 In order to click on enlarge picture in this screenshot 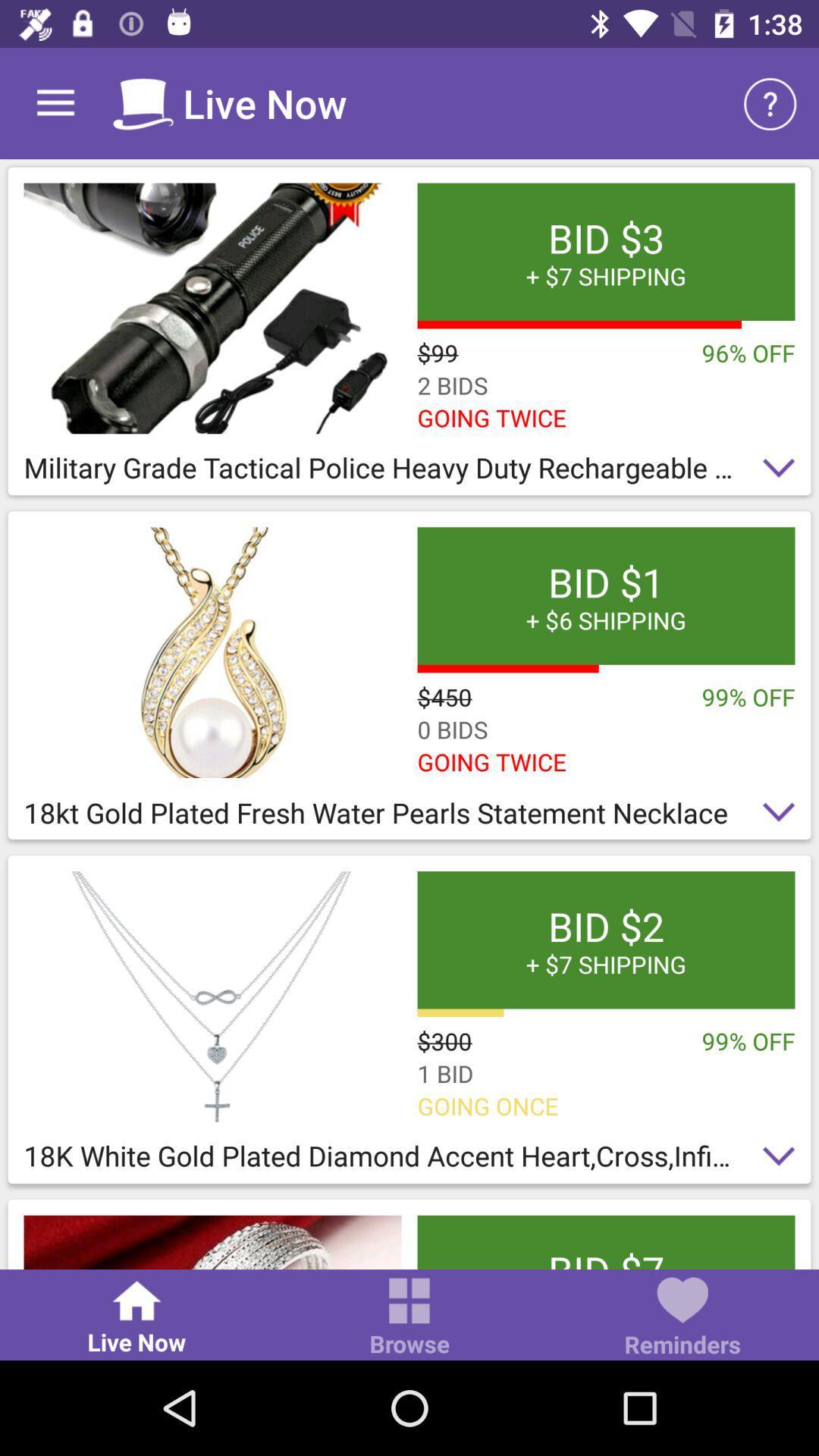, I will do `click(212, 1242)`.